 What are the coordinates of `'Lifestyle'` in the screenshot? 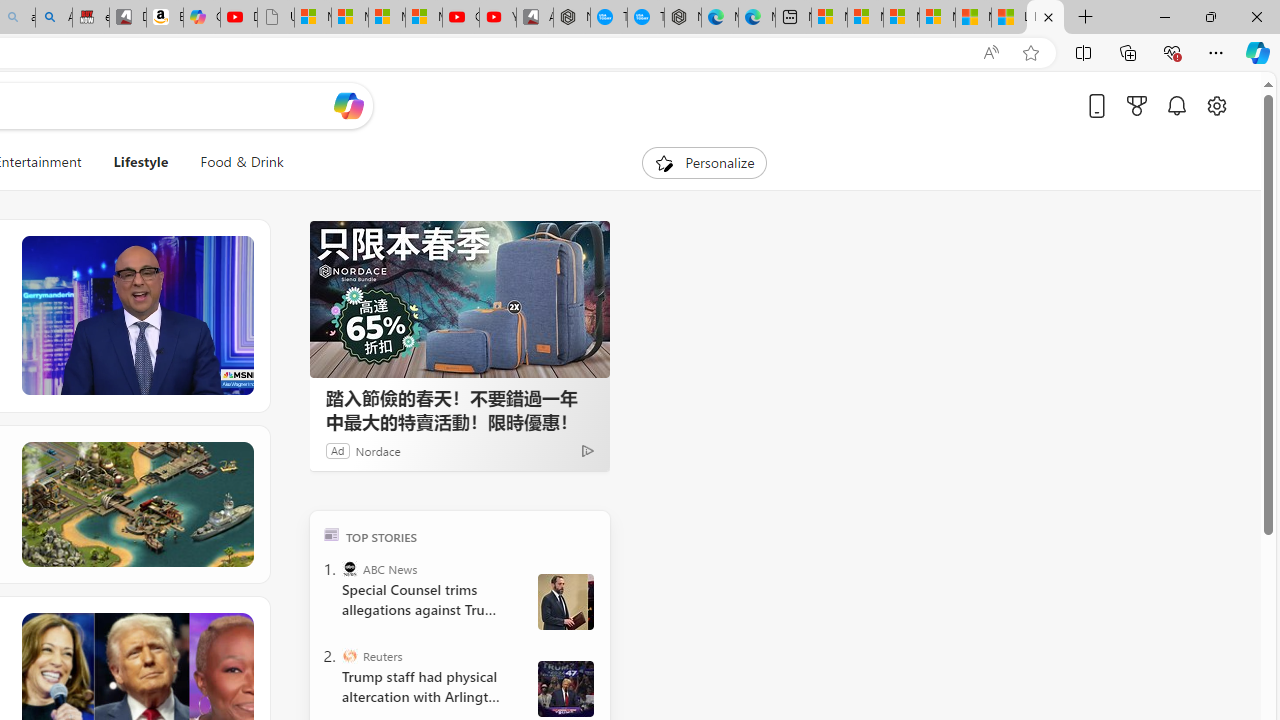 It's located at (139, 162).